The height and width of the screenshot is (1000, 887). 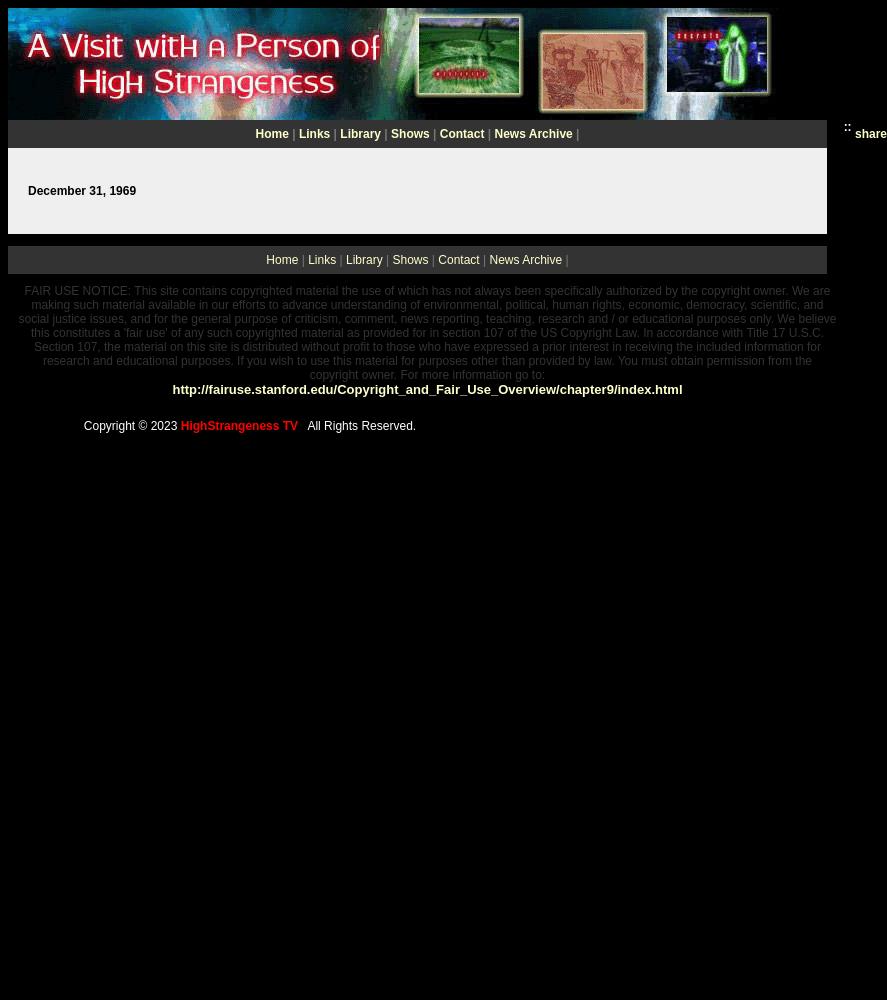 What do you see at coordinates (80, 189) in the screenshot?
I see `'December 31, 1969'` at bounding box center [80, 189].